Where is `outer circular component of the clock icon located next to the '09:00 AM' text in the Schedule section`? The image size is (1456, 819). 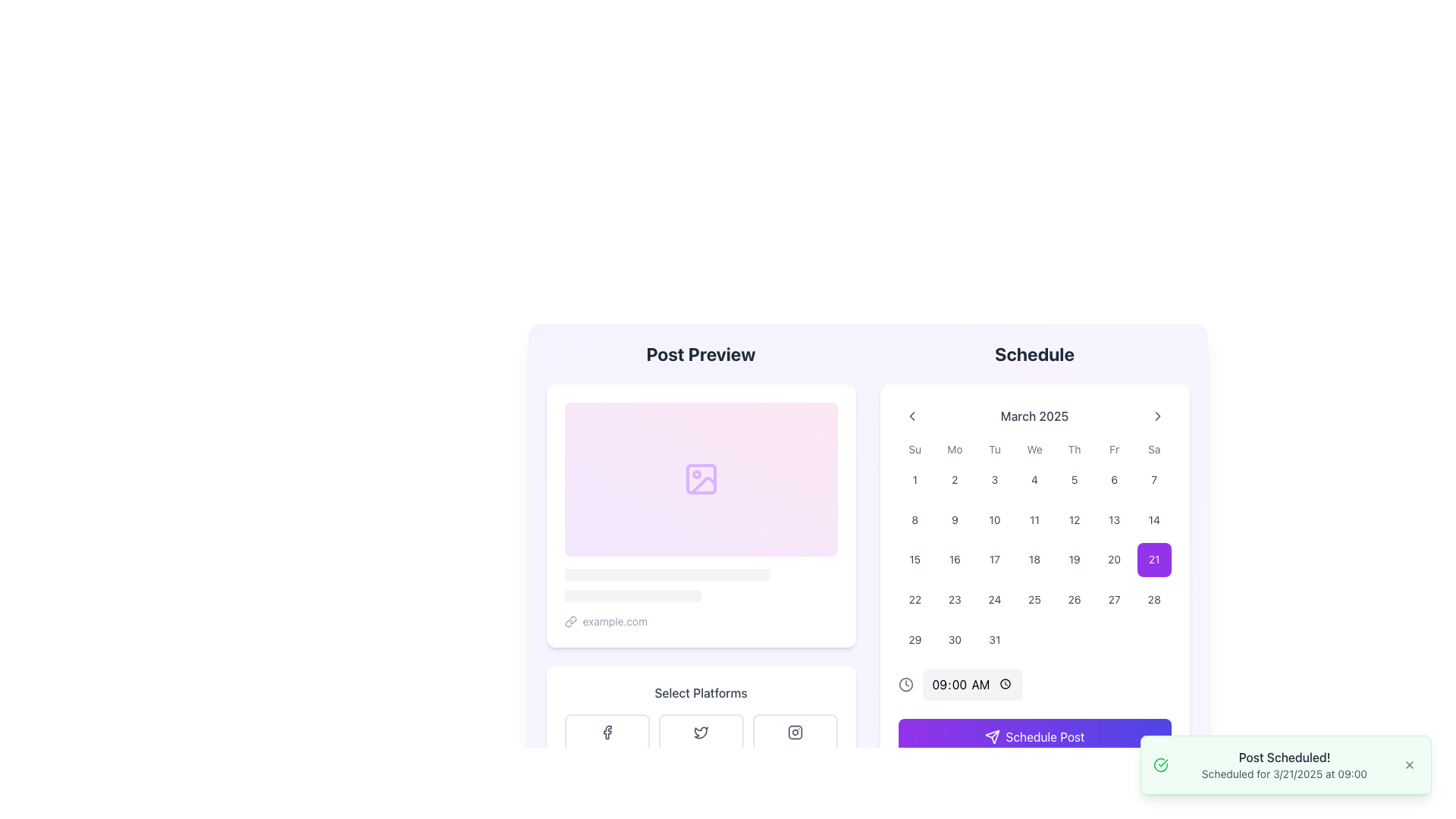
outer circular component of the clock icon located next to the '09:00 AM' text in the Schedule section is located at coordinates (905, 684).